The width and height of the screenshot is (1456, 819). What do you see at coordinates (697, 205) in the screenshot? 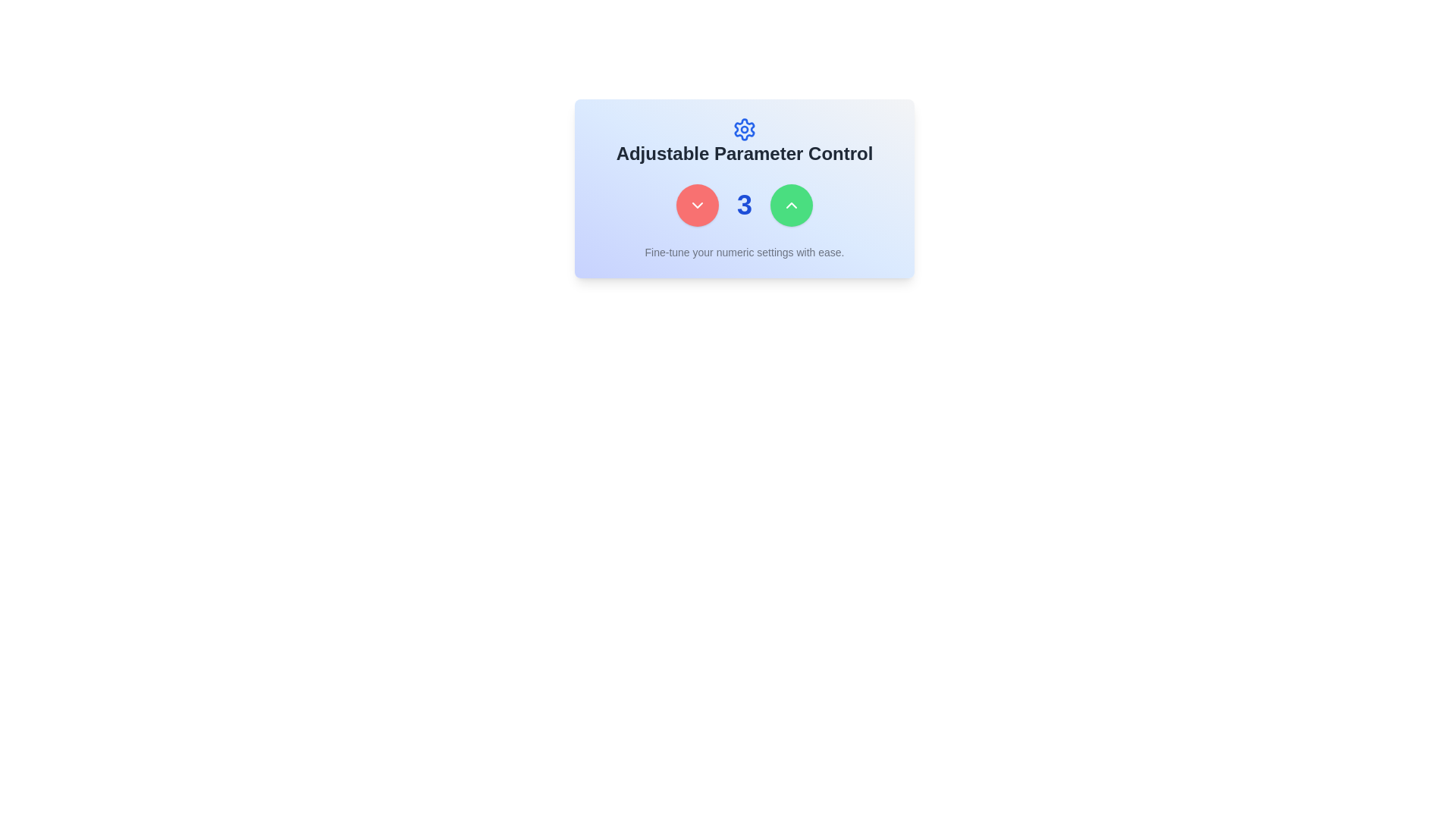
I see `the button located on the left side of the group, which decreases the numerical value displayed next to it, currently showing '3'` at bounding box center [697, 205].